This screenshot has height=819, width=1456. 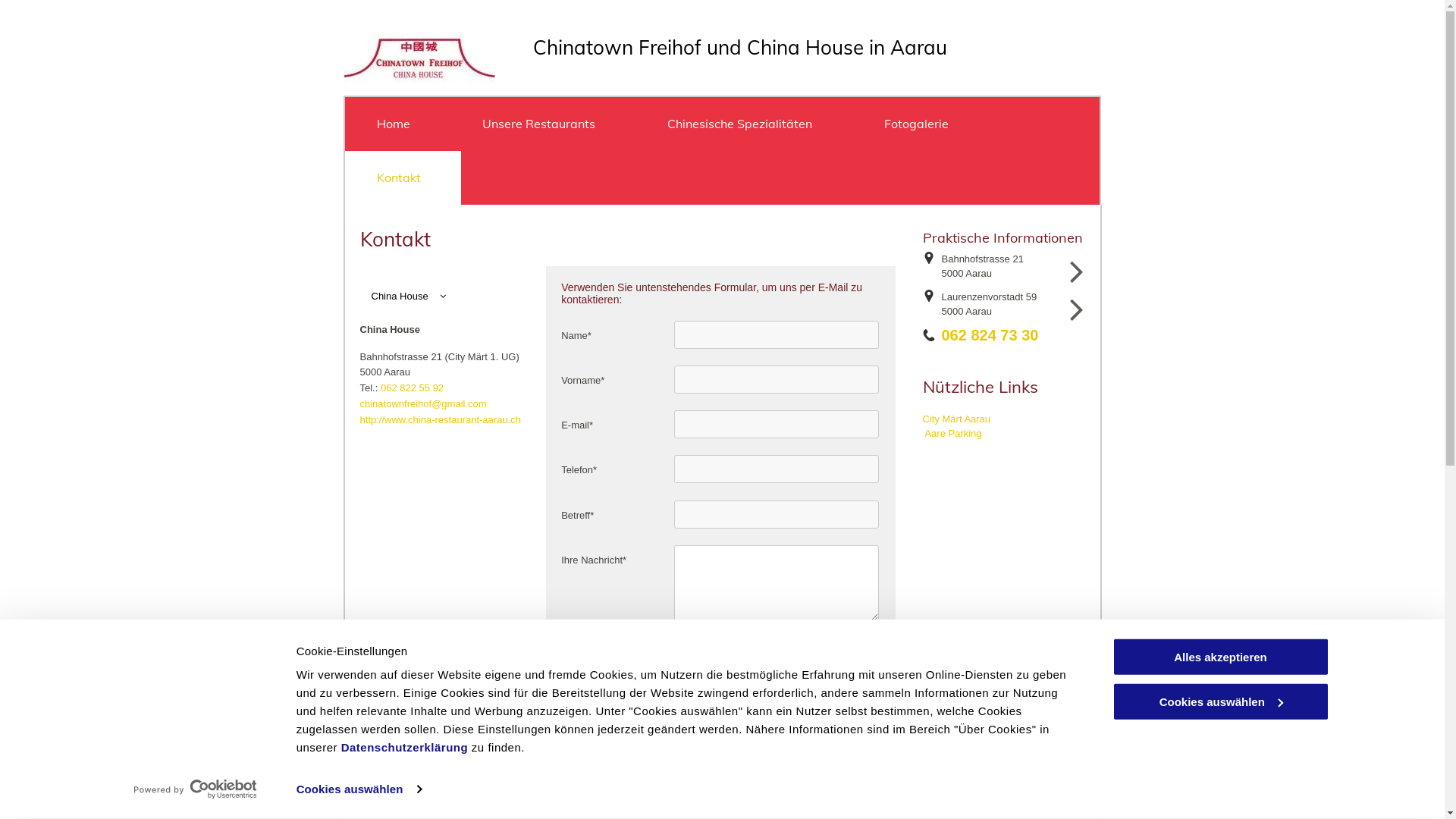 What do you see at coordinates (422, 403) in the screenshot?
I see `'chinatownfreihof@gmail.com'` at bounding box center [422, 403].